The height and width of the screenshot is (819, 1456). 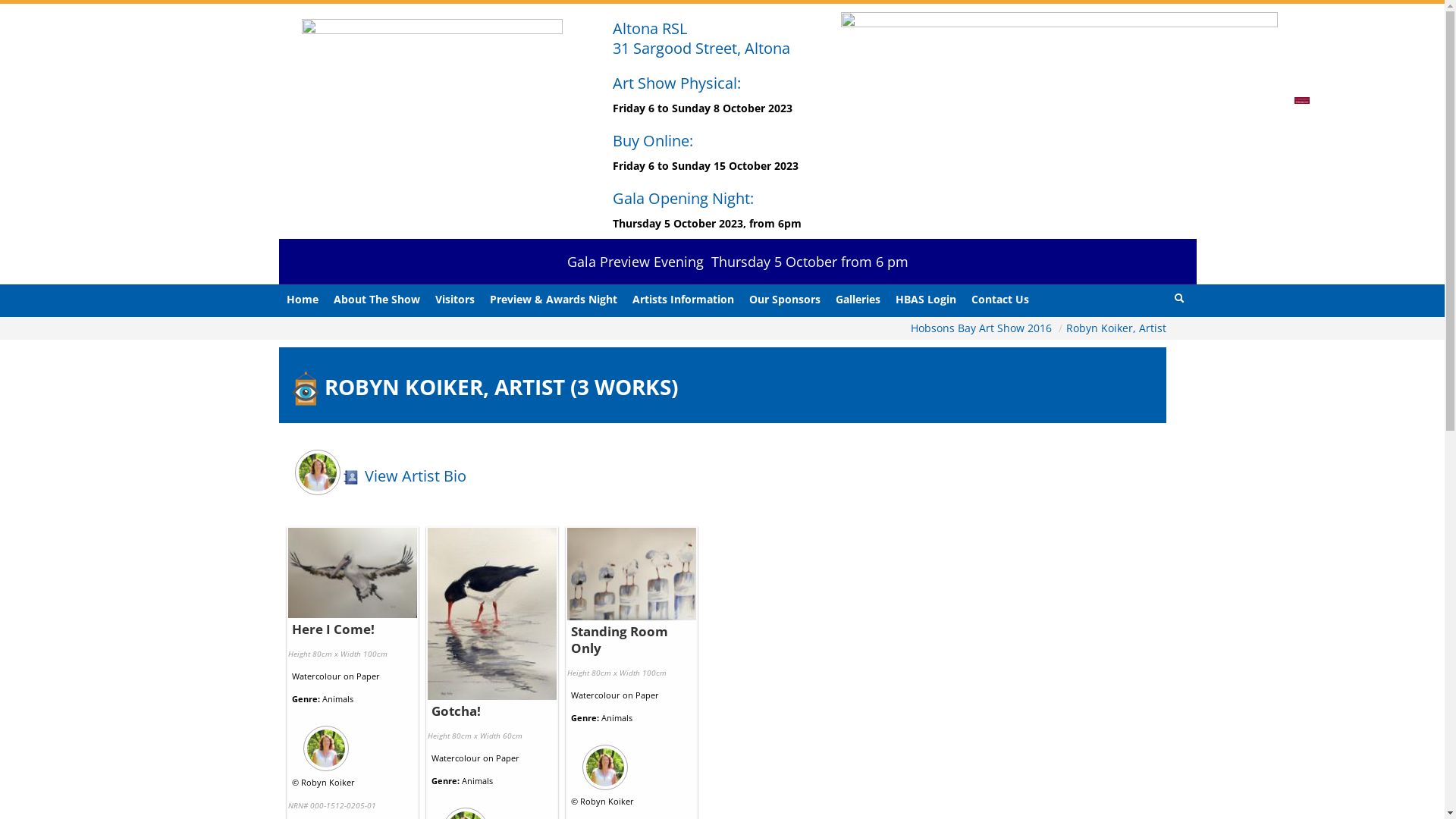 What do you see at coordinates (924, 299) in the screenshot?
I see `'HBAS Login'` at bounding box center [924, 299].